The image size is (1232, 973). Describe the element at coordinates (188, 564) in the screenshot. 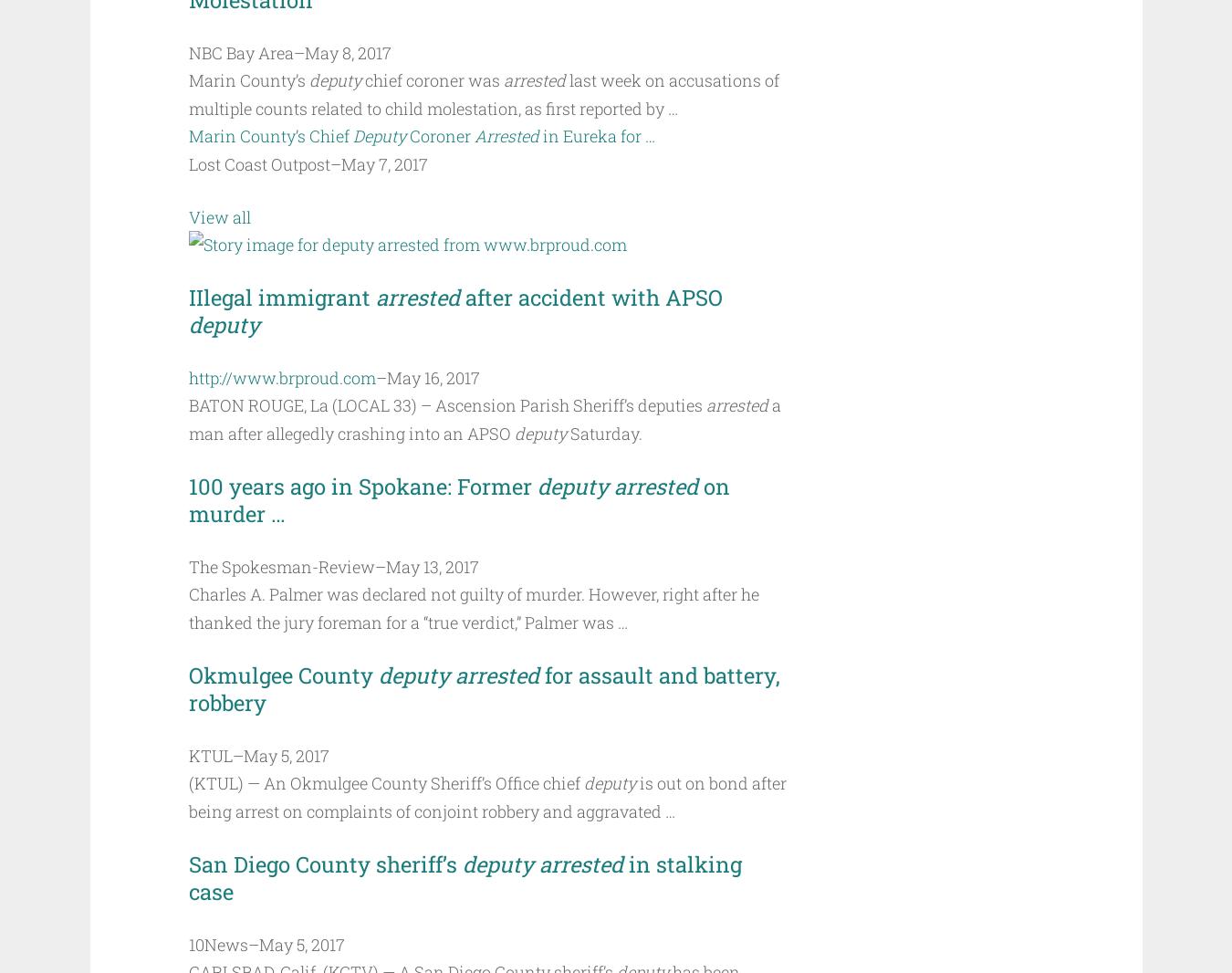

I see `'The Spokesman-Review'` at that location.